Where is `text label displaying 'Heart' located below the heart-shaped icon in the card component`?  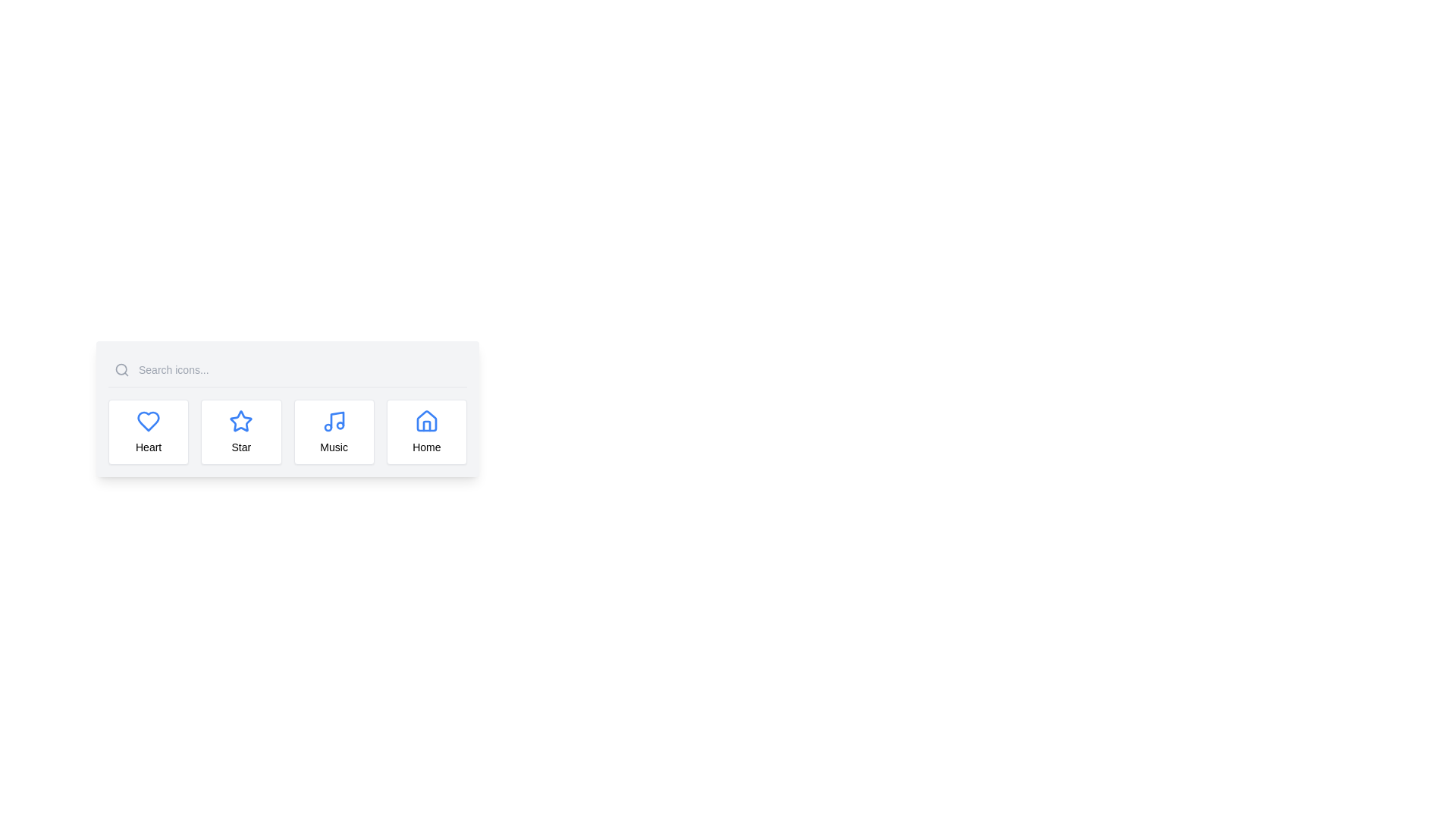
text label displaying 'Heart' located below the heart-shaped icon in the card component is located at coordinates (149, 447).